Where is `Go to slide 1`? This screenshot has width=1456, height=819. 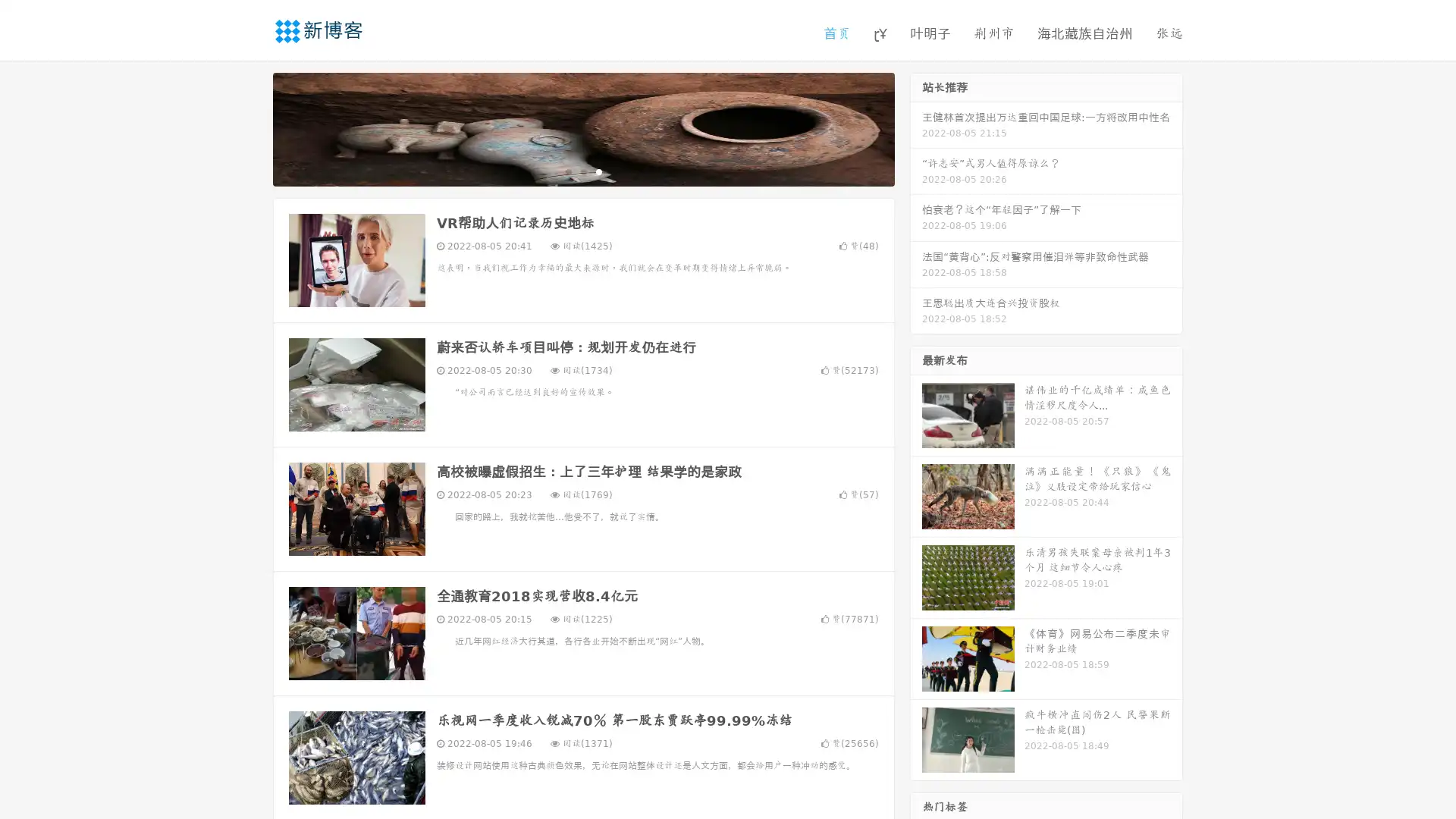
Go to slide 1 is located at coordinates (567, 171).